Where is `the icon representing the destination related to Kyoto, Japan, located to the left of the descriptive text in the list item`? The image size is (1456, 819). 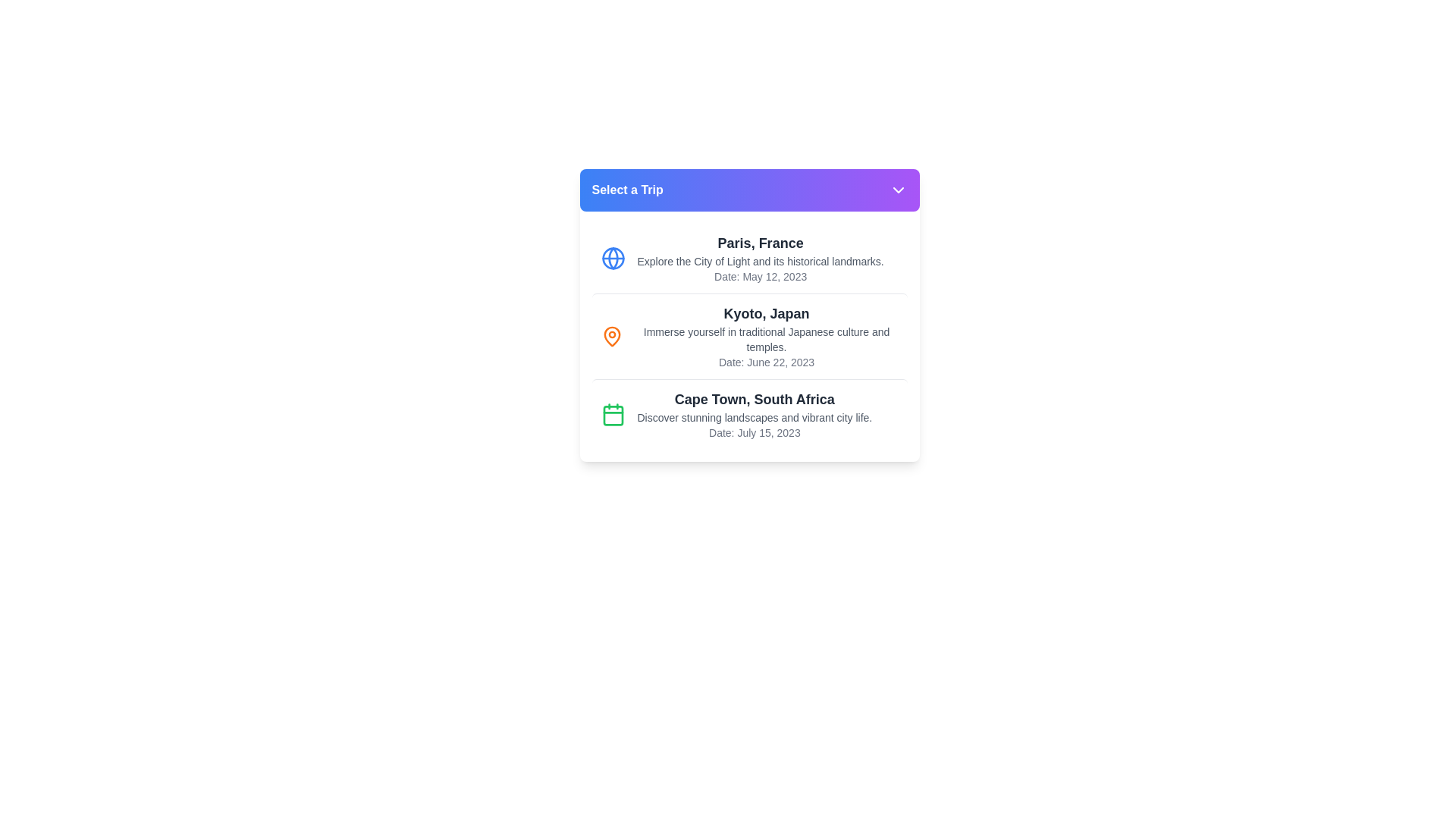
the icon representing the destination related to Kyoto, Japan, located to the left of the descriptive text in the list item is located at coordinates (611, 335).